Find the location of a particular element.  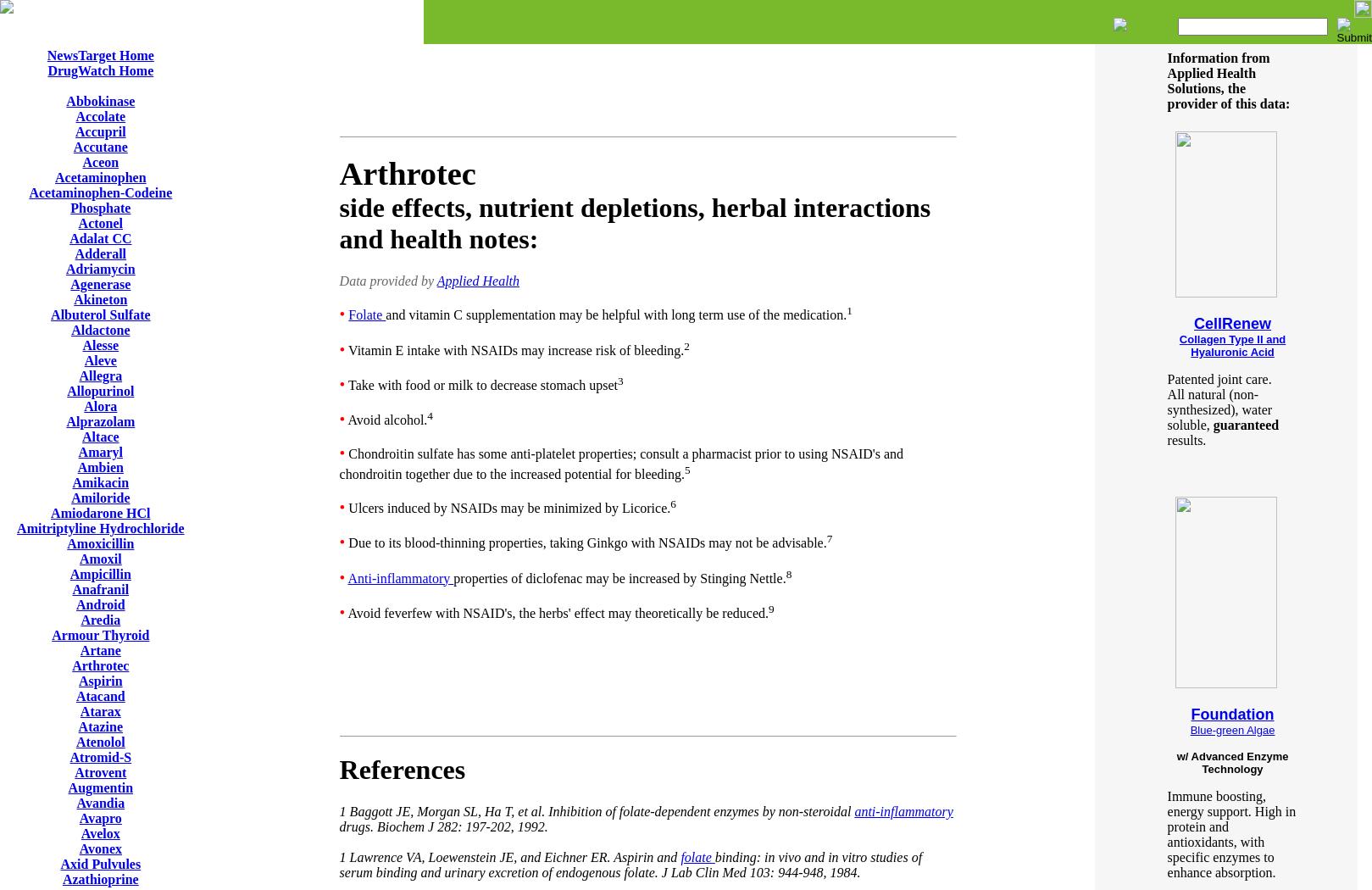

'8' is located at coordinates (787, 573).